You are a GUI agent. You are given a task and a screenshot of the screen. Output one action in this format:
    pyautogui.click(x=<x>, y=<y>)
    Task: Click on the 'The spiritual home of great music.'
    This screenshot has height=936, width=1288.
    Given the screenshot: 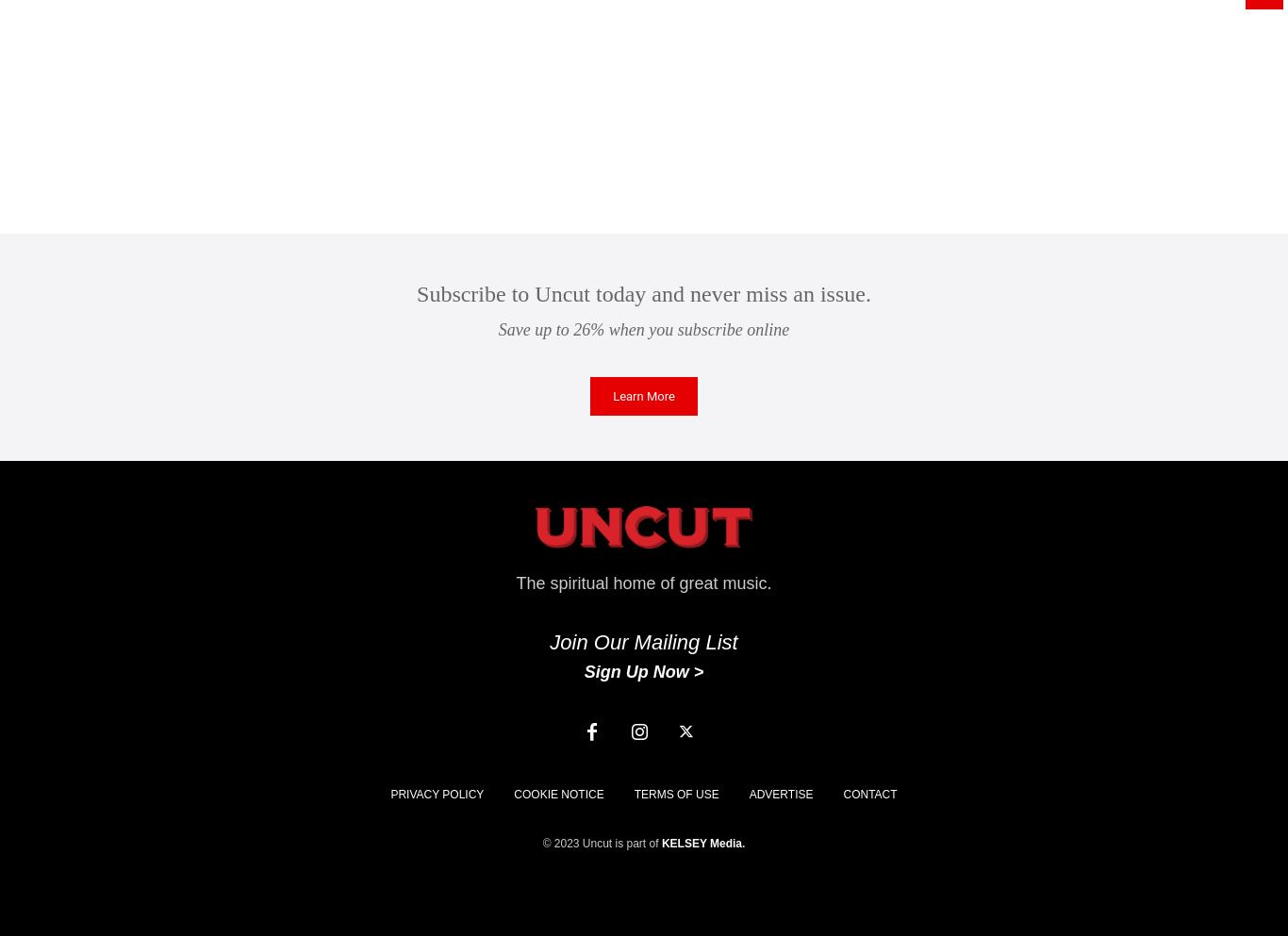 What is the action you would take?
    pyautogui.click(x=642, y=583)
    